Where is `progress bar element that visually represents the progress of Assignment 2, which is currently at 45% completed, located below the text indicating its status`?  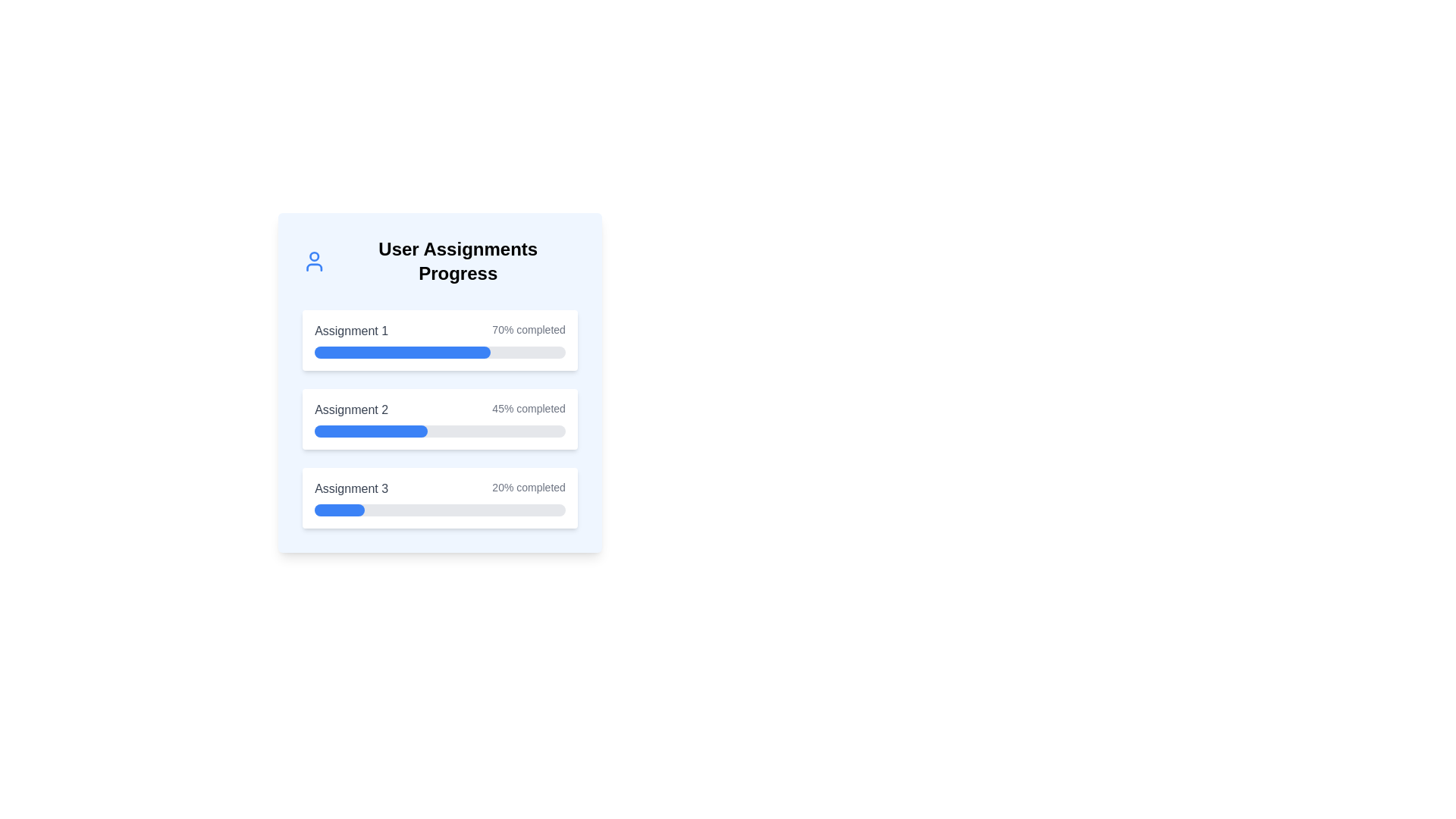 progress bar element that visually represents the progress of Assignment 2, which is currently at 45% completed, located below the text indicating its status is located at coordinates (439, 431).